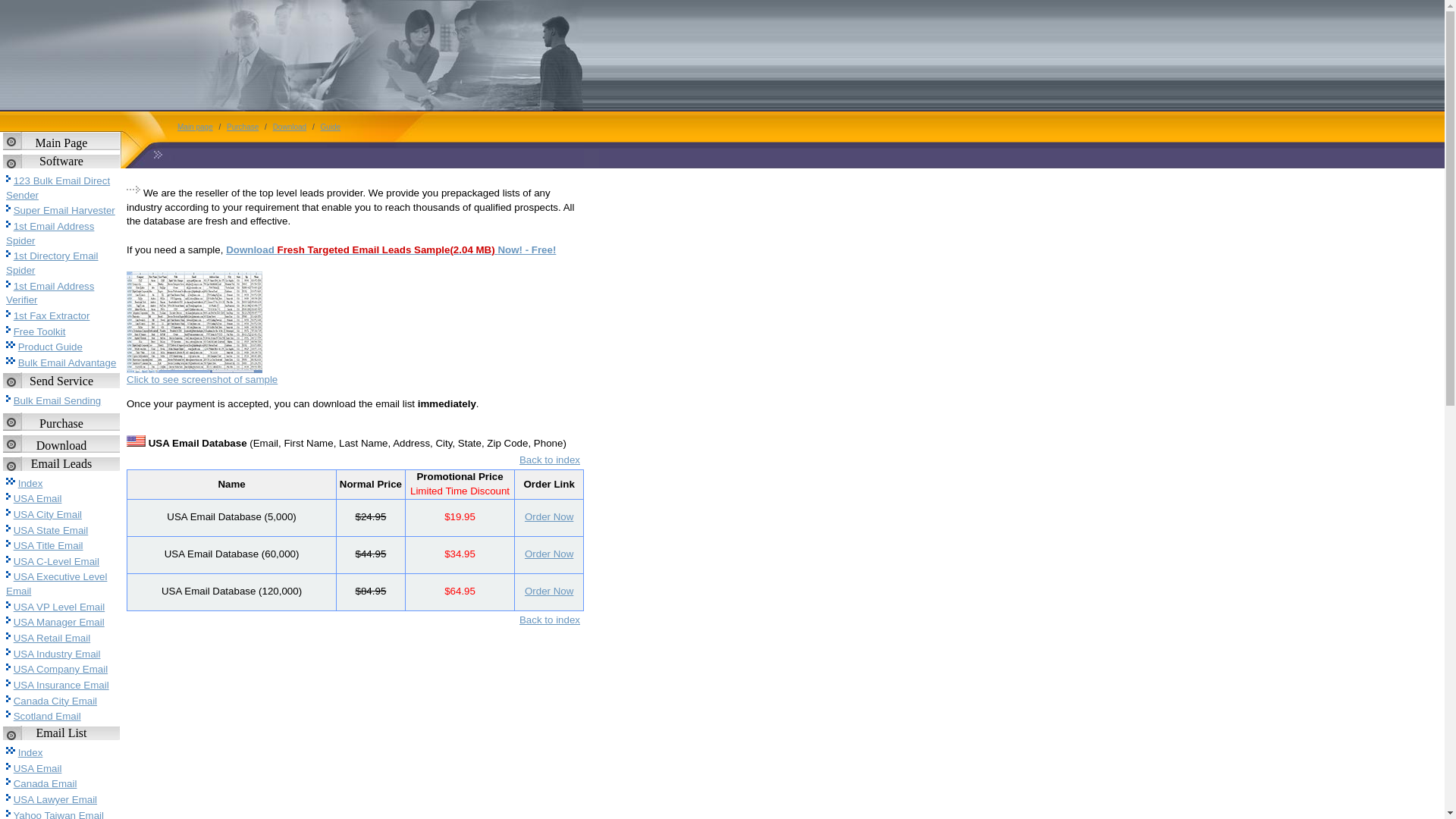 This screenshot has height=819, width=1456. I want to click on 'USA Manager Email', so click(58, 622).